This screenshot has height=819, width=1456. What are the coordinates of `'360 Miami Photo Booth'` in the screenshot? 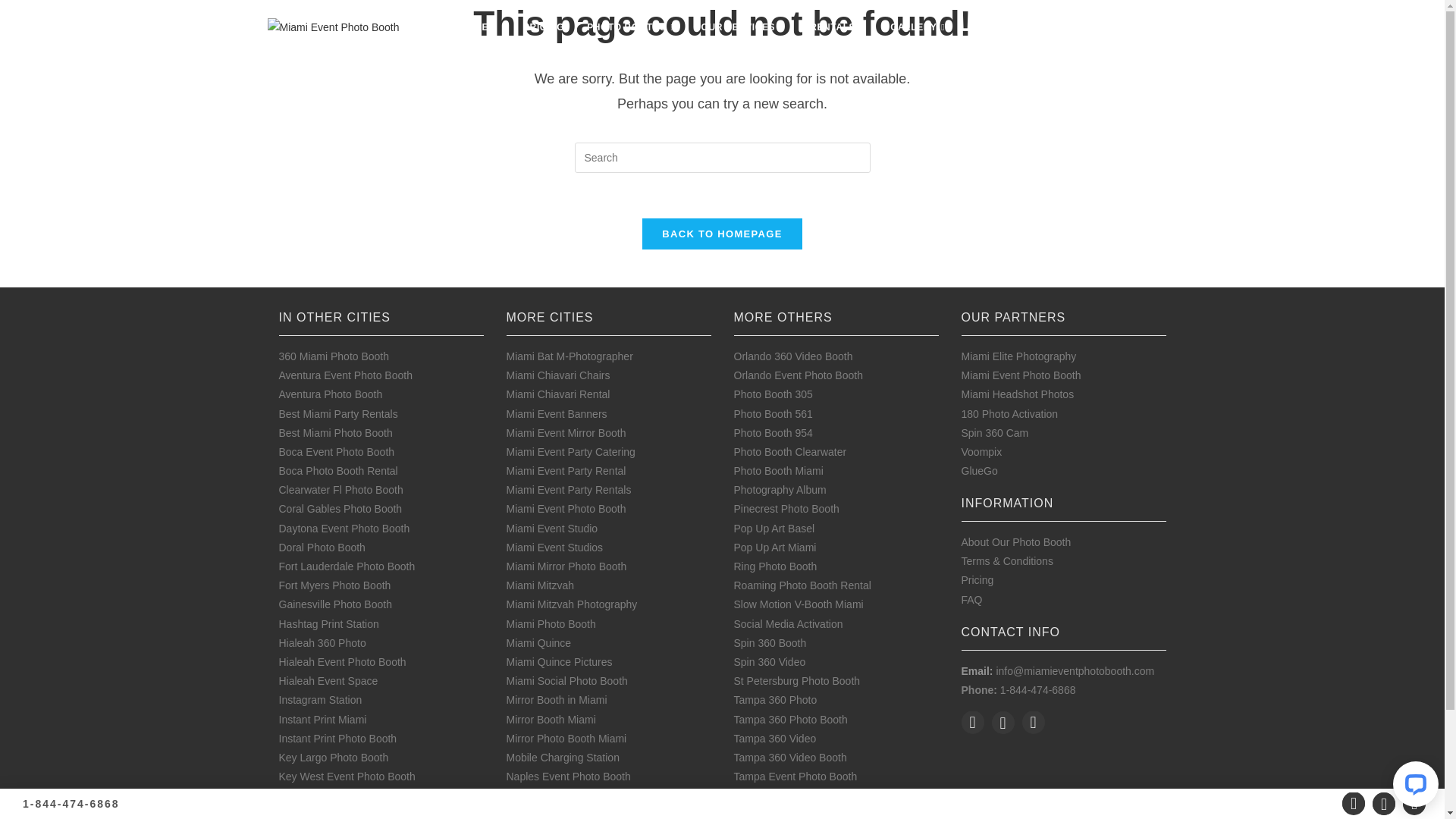 It's located at (279, 356).